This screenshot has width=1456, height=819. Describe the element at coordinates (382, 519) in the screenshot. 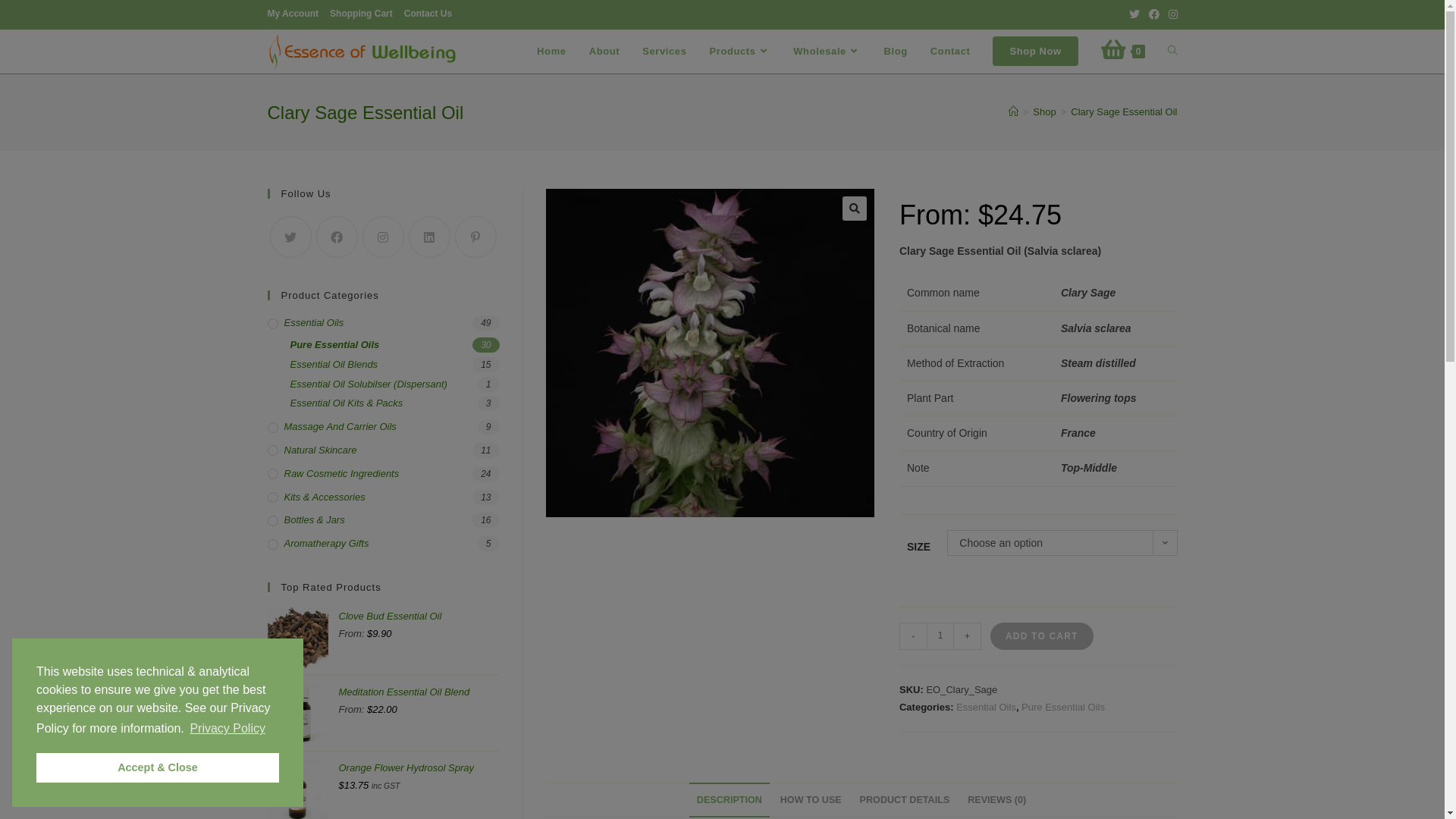

I see `'Bottles & Jars'` at that location.